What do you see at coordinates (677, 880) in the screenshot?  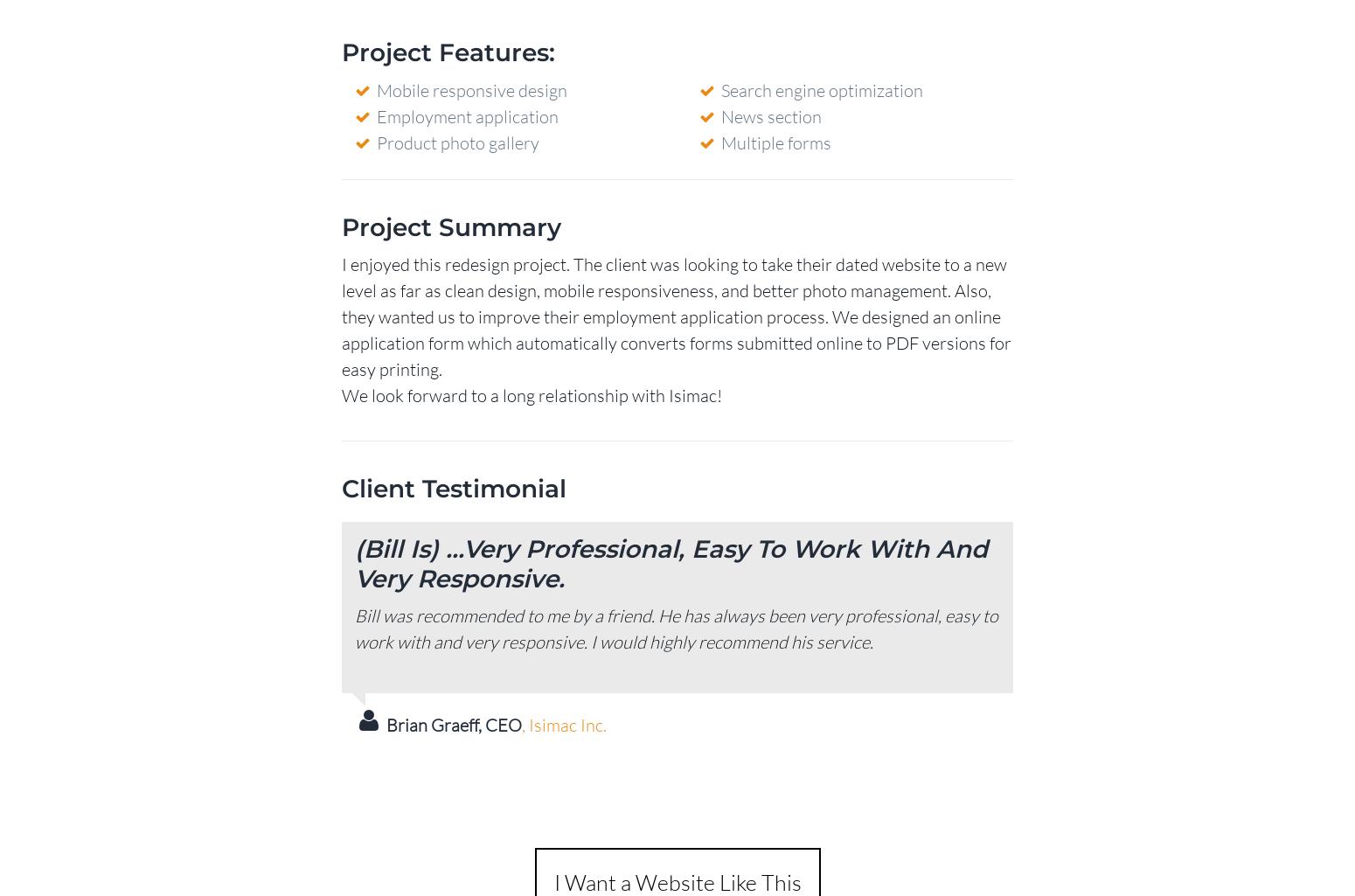 I see `'I Want a Website Like This'` at bounding box center [677, 880].